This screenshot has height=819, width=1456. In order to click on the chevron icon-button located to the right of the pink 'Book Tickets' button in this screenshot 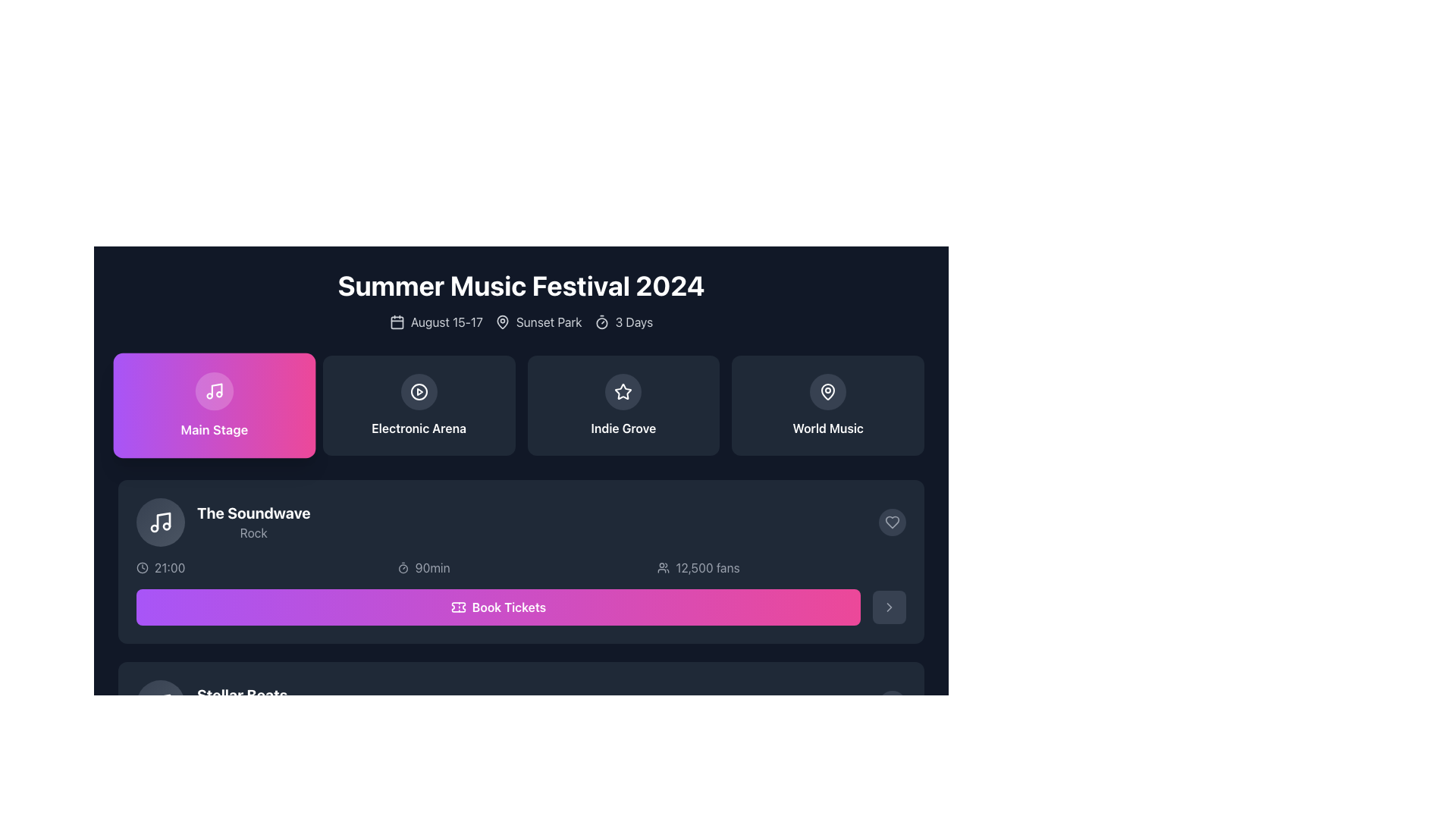, I will do `click(889, 607)`.